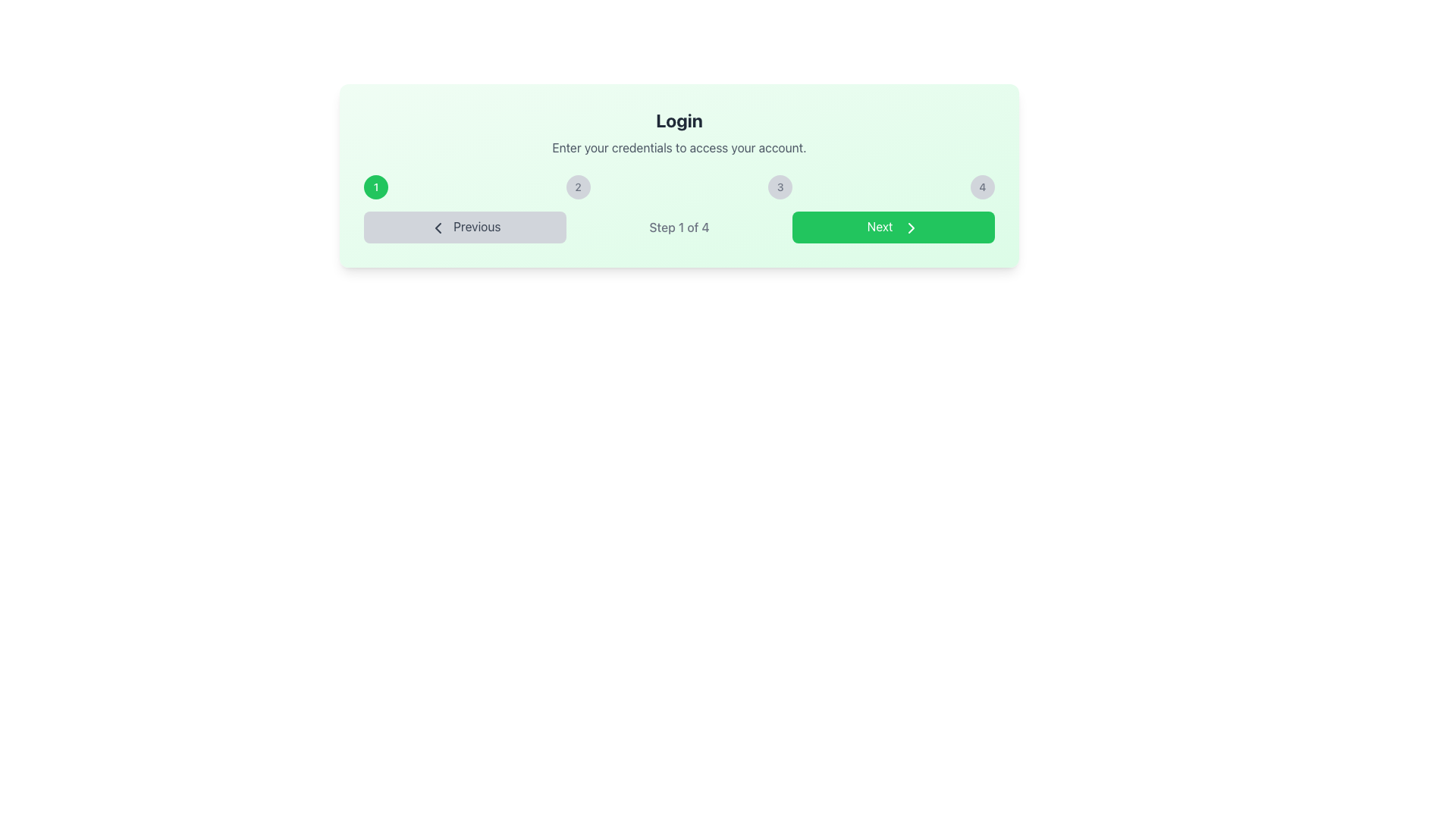 The width and height of the screenshot is (1456, 819). Describe the element at coordinates (679, 148) in the screenshot. I see `guidance text displayed in the text label that instructs the user to 'Enter your credentials to access your account.'` at that location.